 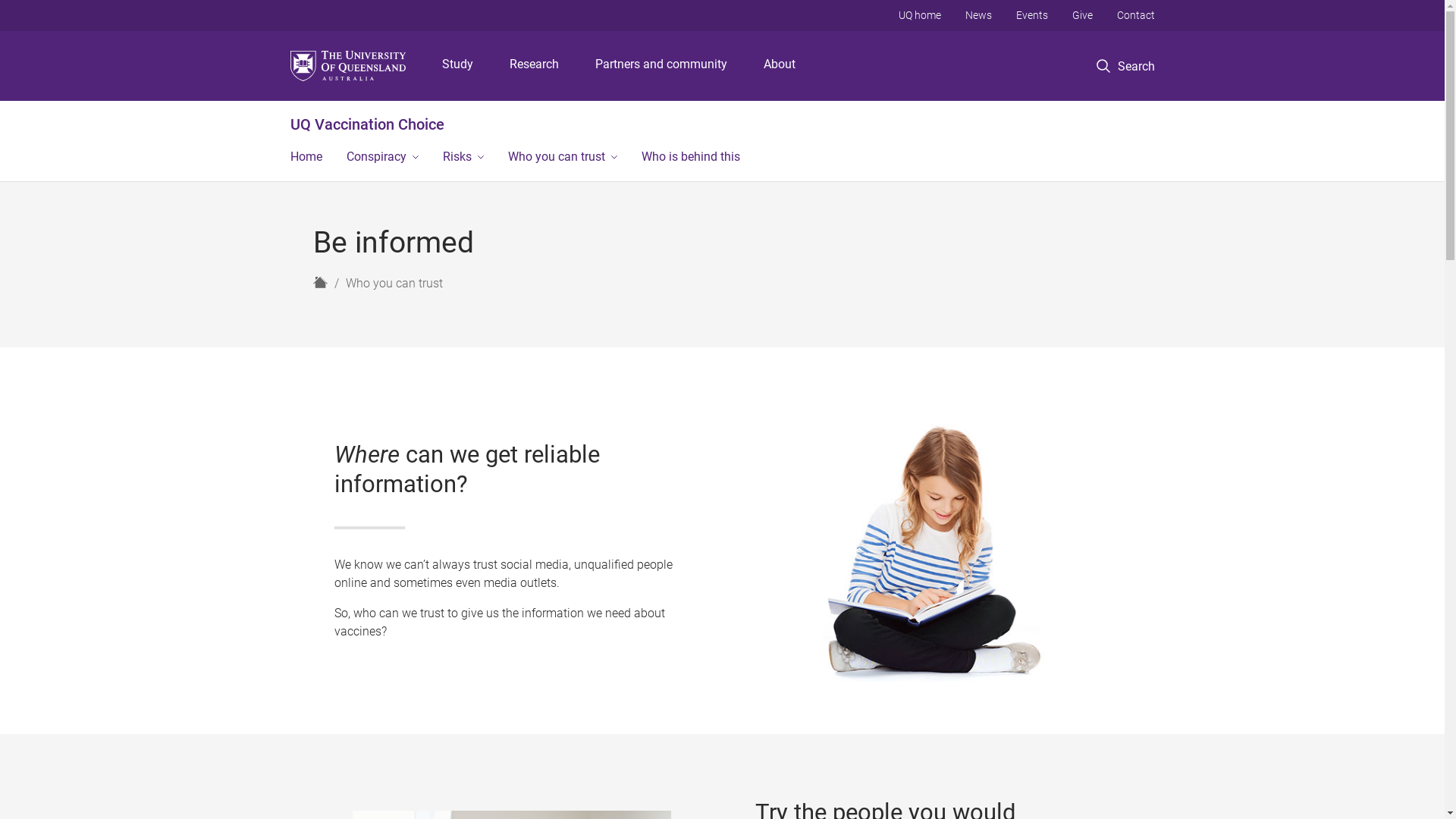 What do you see at coordinates (457, 65) in the screenshot?
I see `'Study'` at bounding box center [457, 65].